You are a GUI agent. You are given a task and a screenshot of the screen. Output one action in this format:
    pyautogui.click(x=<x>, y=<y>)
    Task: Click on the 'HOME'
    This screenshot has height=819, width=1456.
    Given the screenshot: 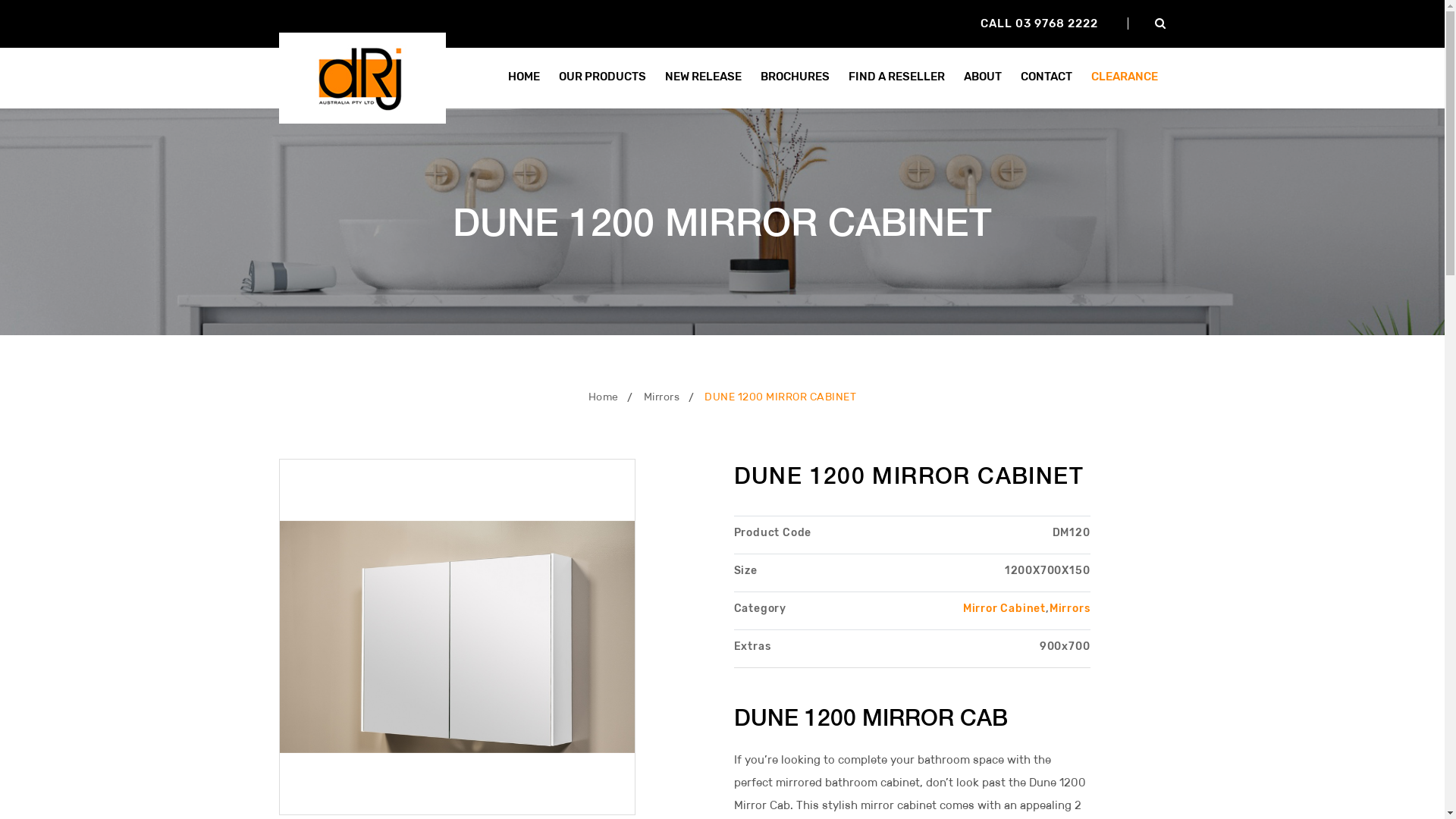 What is the action you would take?
    pyautogui.click(x=523, y=77)
    